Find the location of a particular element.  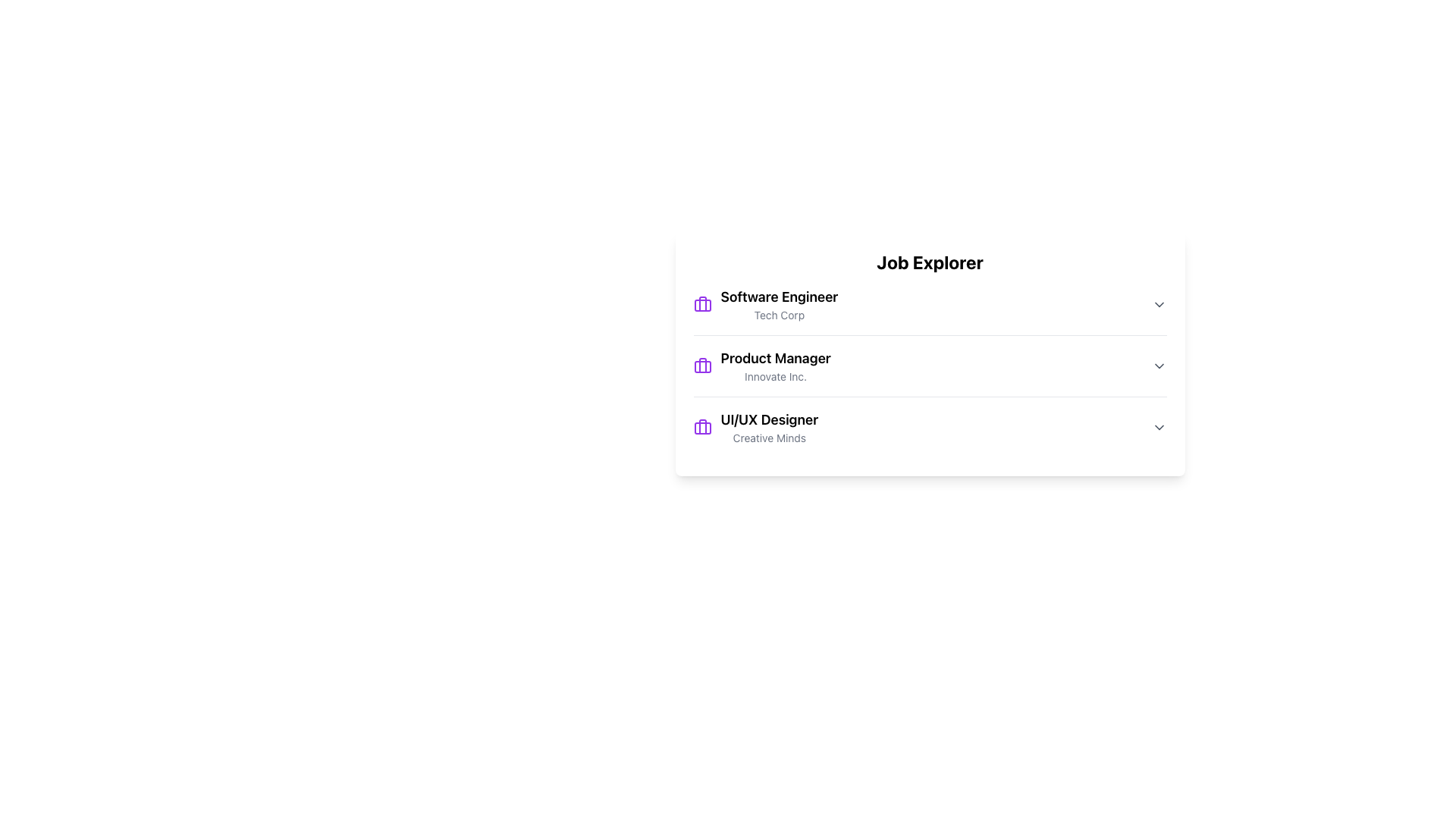

the non-interactive text label displaying 'Tech Corp', which provides supplemental information about the job title 'Software Engineer' is located at coordinates (779, 315).